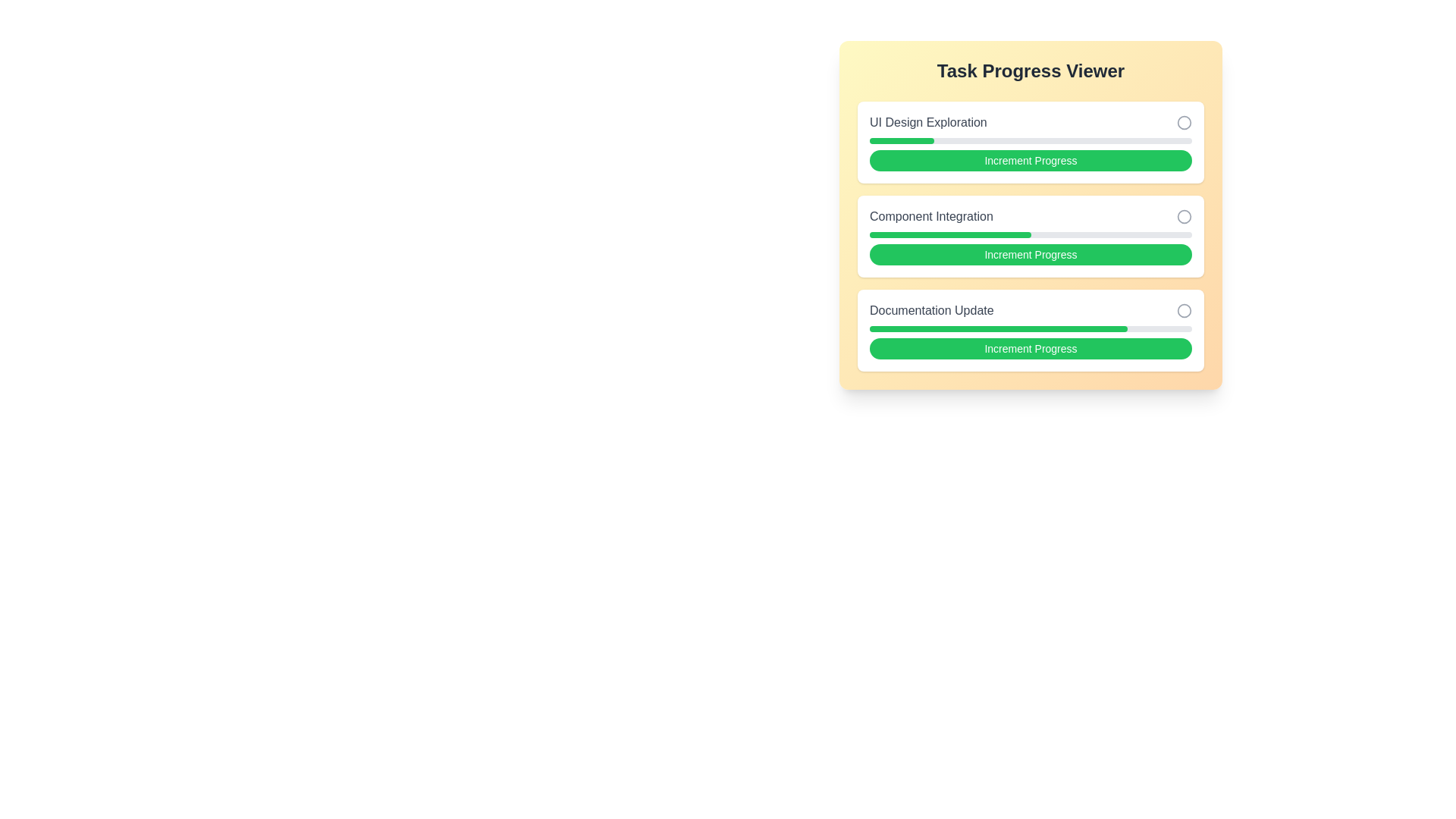  Describe the element at coordinates (927, 122) in the screenshot. I see `the static text label titled 'UI Design Exploration', which identifies a task item in the 'Task Progress Viewer' section` at that location.